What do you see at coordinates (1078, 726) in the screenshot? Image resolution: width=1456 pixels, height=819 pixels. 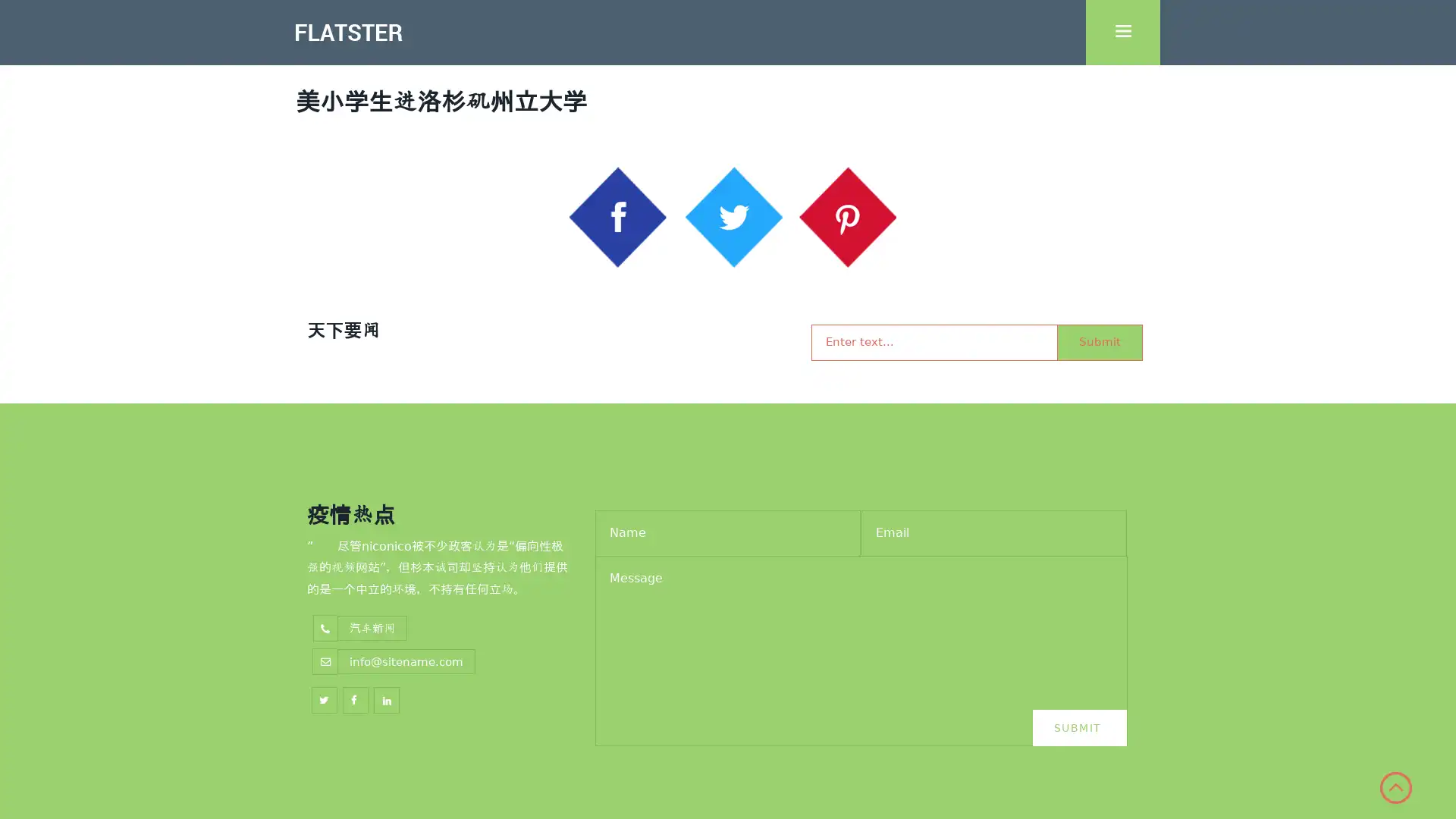 I see `Submit` at bounding box center [1078, 726].